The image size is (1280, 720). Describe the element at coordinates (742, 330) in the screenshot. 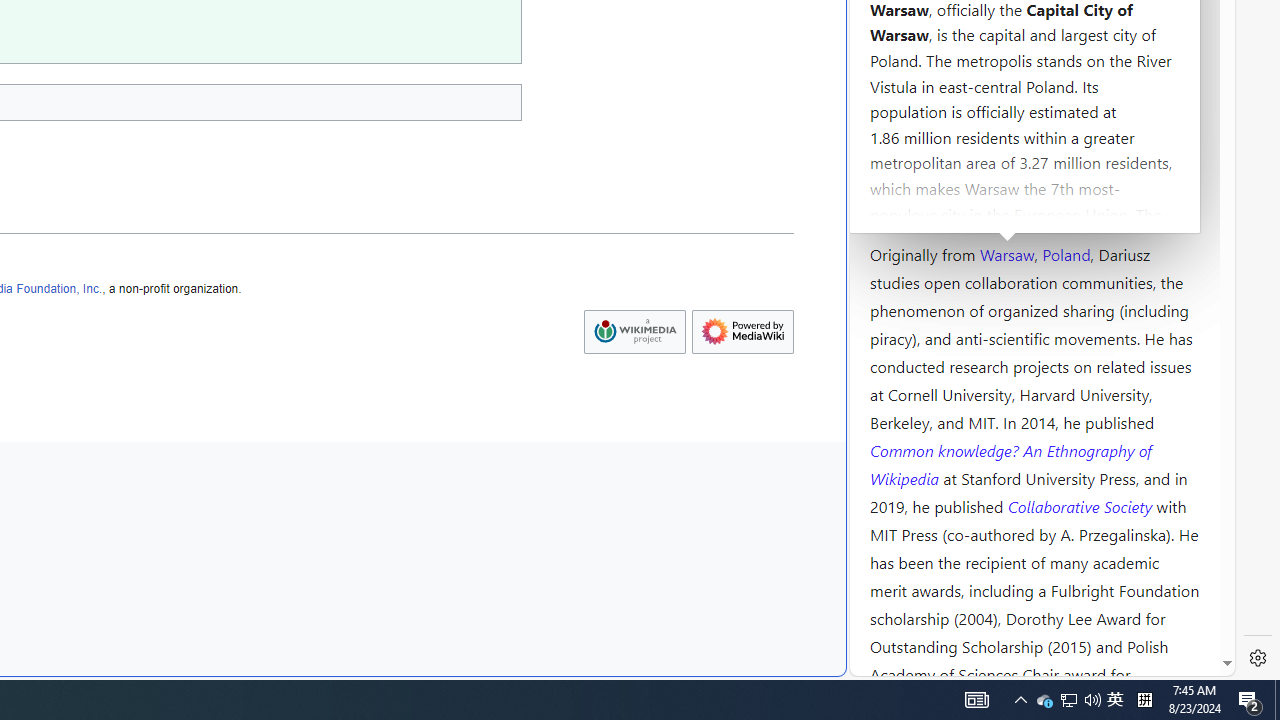

I see `'AutomationID: footer-poweredbyico'` at that location.